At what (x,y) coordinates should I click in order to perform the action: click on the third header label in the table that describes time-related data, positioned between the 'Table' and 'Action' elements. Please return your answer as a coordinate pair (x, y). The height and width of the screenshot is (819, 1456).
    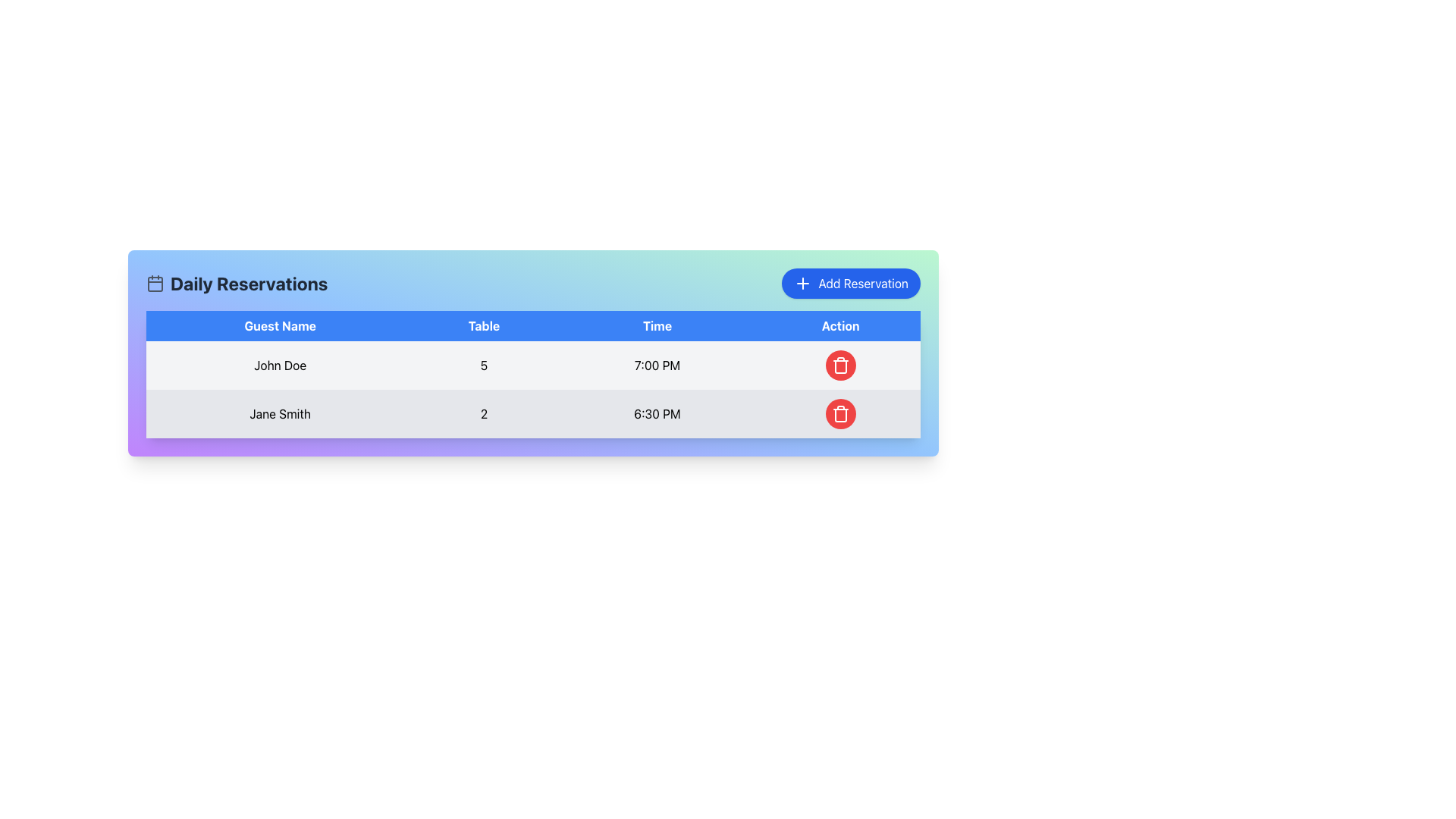
    Looking at the image, I should click on (657, 325).